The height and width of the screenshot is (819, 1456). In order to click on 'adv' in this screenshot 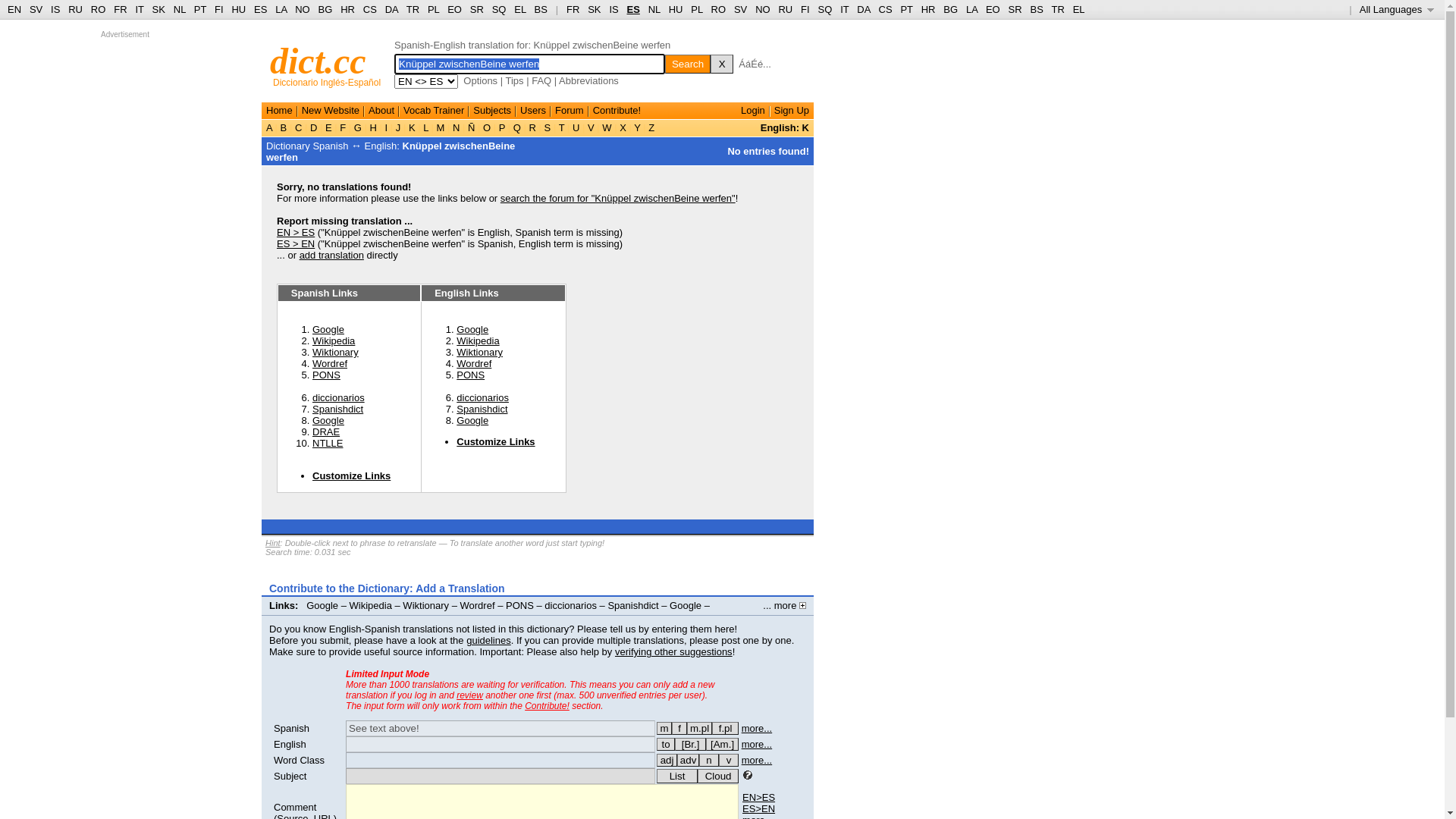, I will do `click(687, 760)`.